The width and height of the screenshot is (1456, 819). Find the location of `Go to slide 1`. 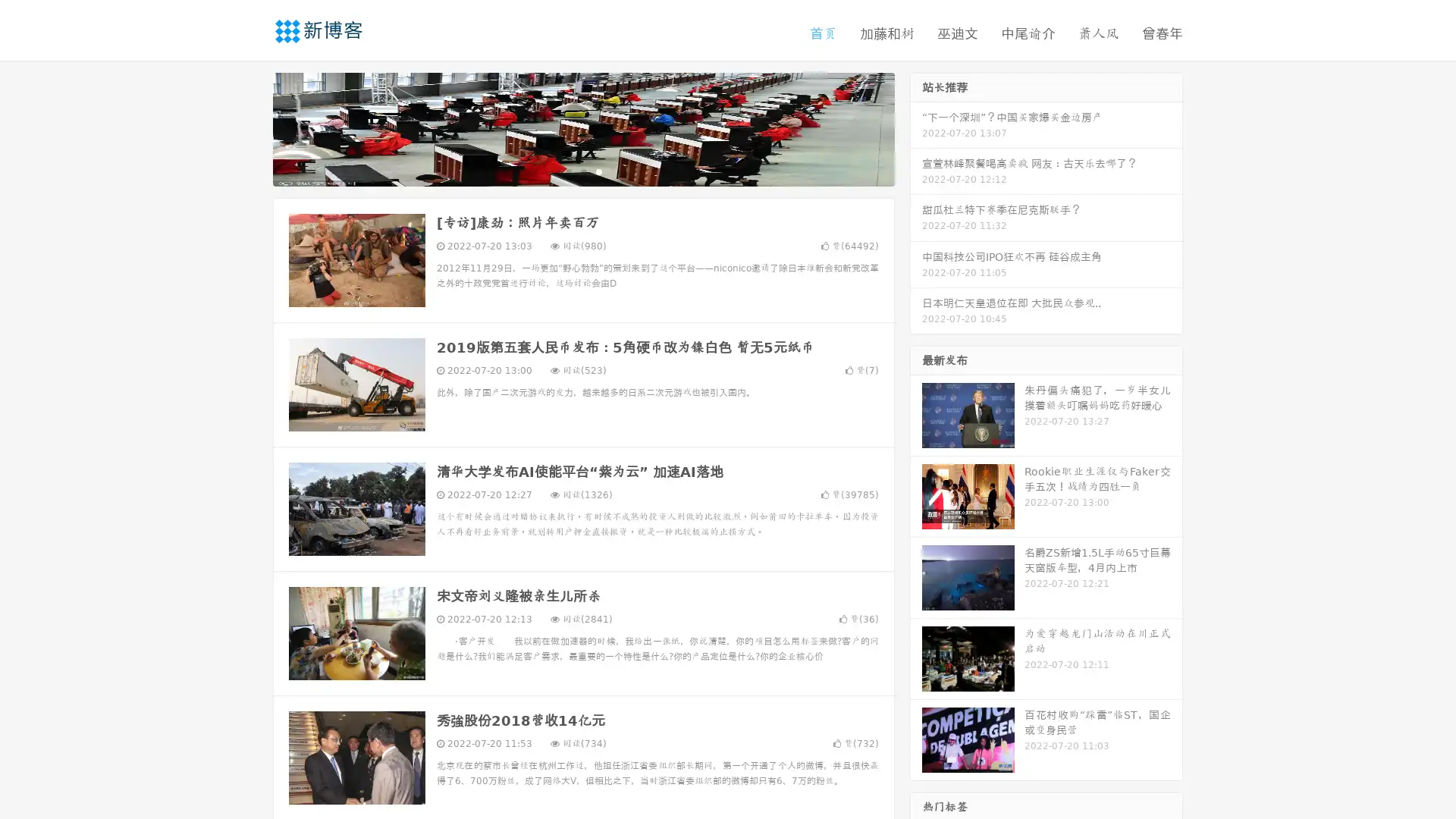

Go to slide 1 is located at coordinates (567, 171).